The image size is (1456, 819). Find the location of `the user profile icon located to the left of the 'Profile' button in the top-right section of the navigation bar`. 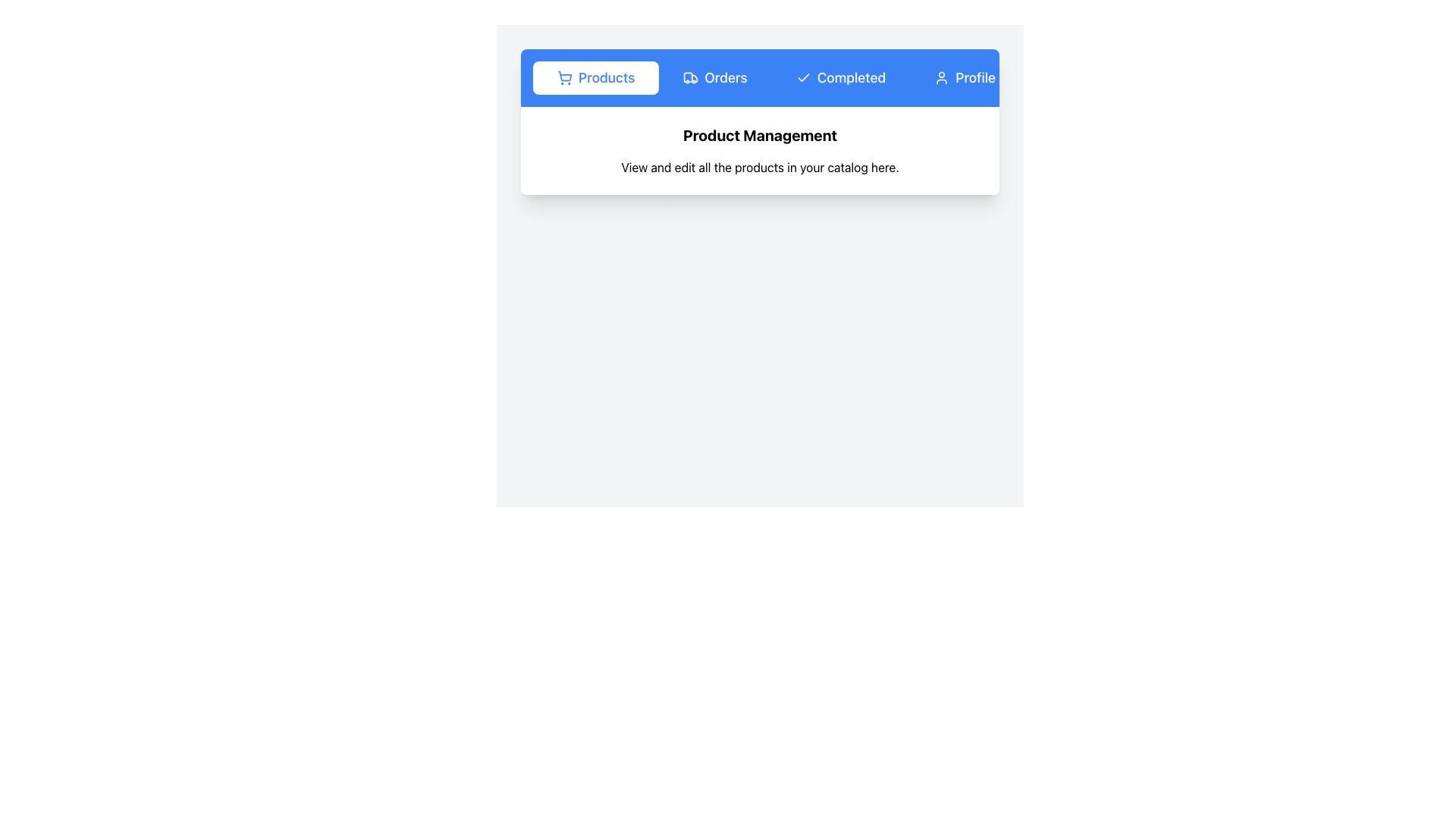

the user profile icon located to the left of the 'Profile' button in the top-right section of the navigation bar is located at coordinates (941, 78).